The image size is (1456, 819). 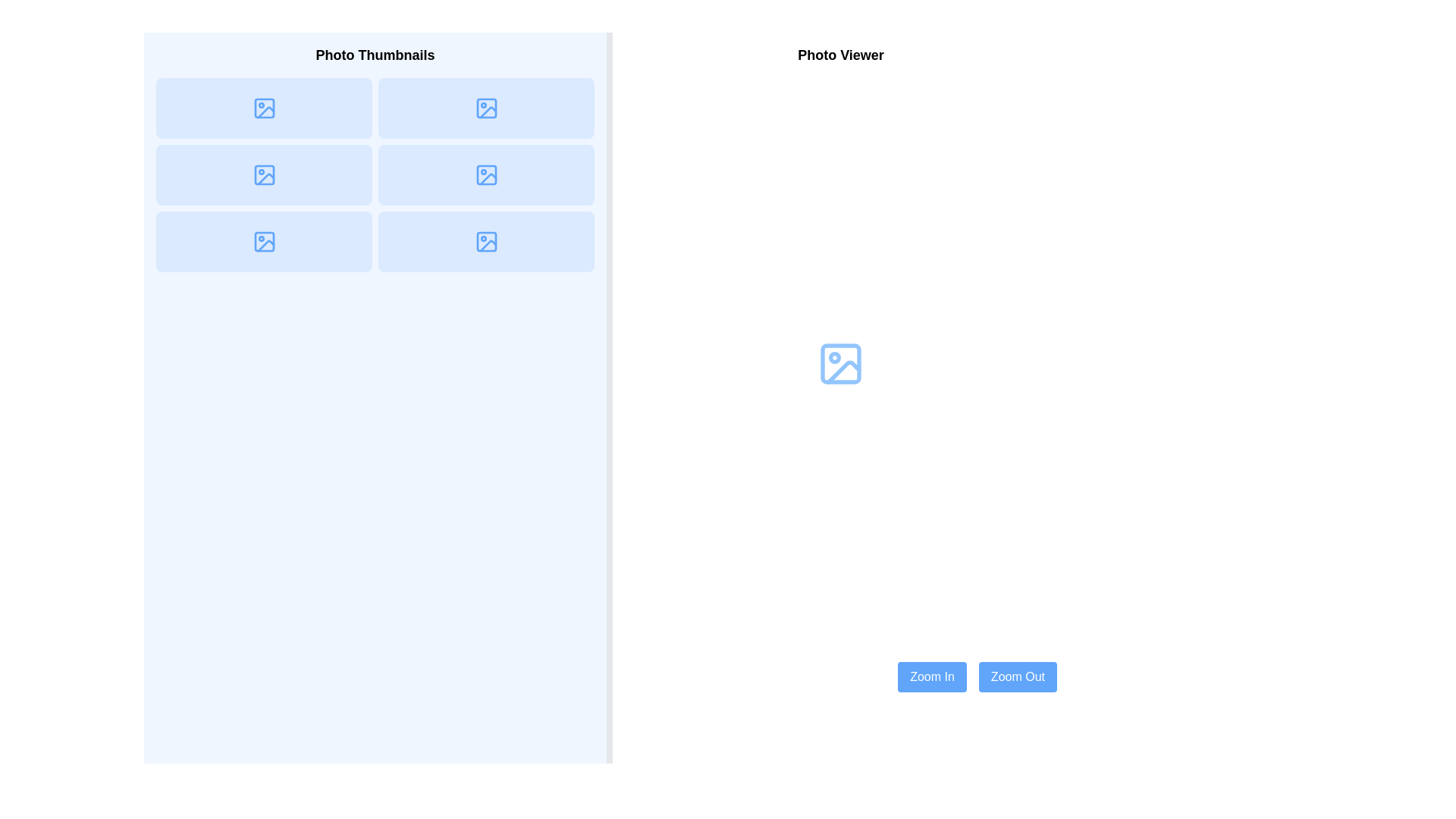 I want to click on the rectangular graphical element with rounded corners that is nested within the photo icon, located in the 'Photo Viewer' section on the right side of the interface, so click(x=839, y=363).